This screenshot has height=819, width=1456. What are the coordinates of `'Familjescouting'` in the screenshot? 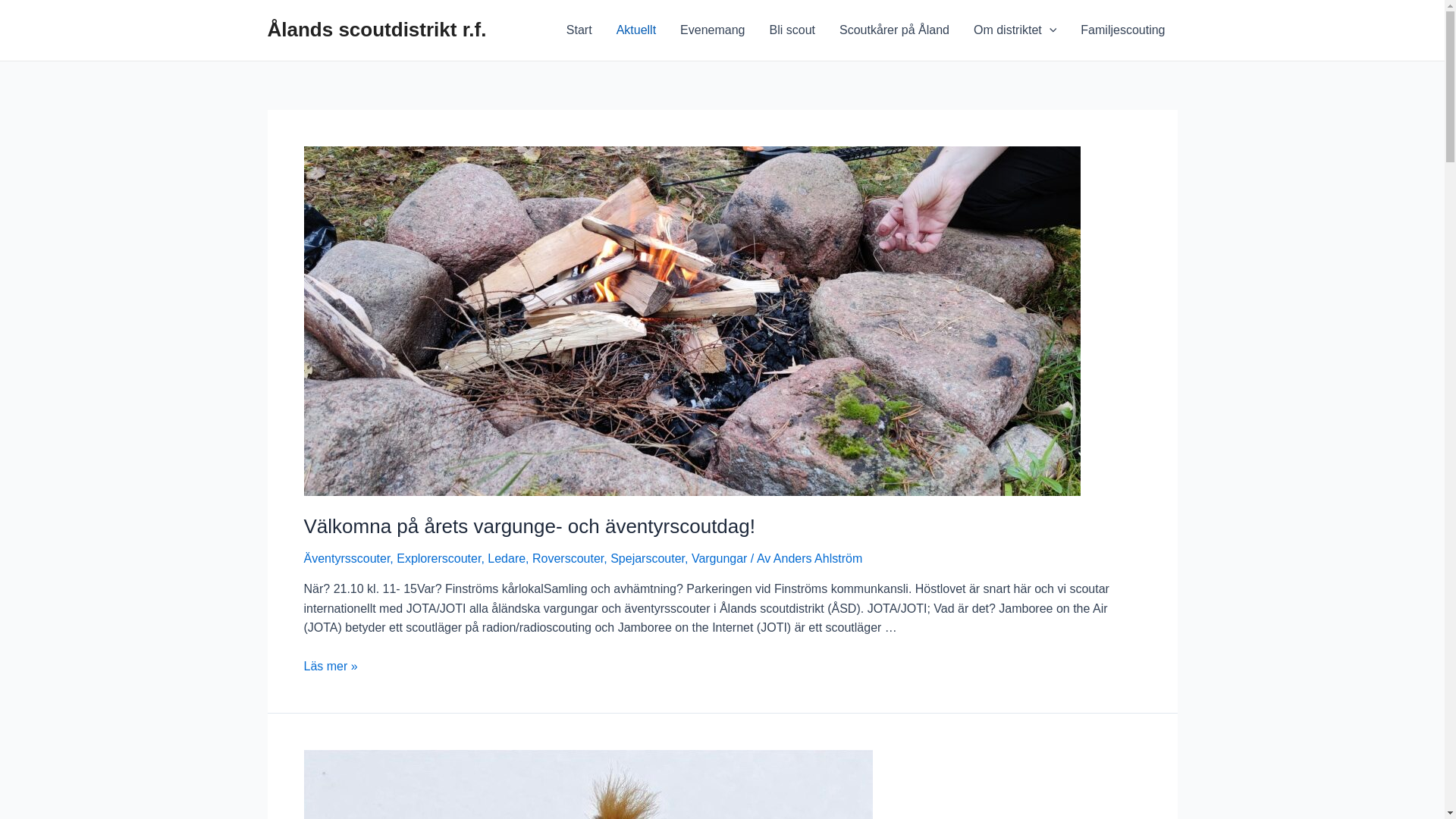 It's located at (1068, 30).